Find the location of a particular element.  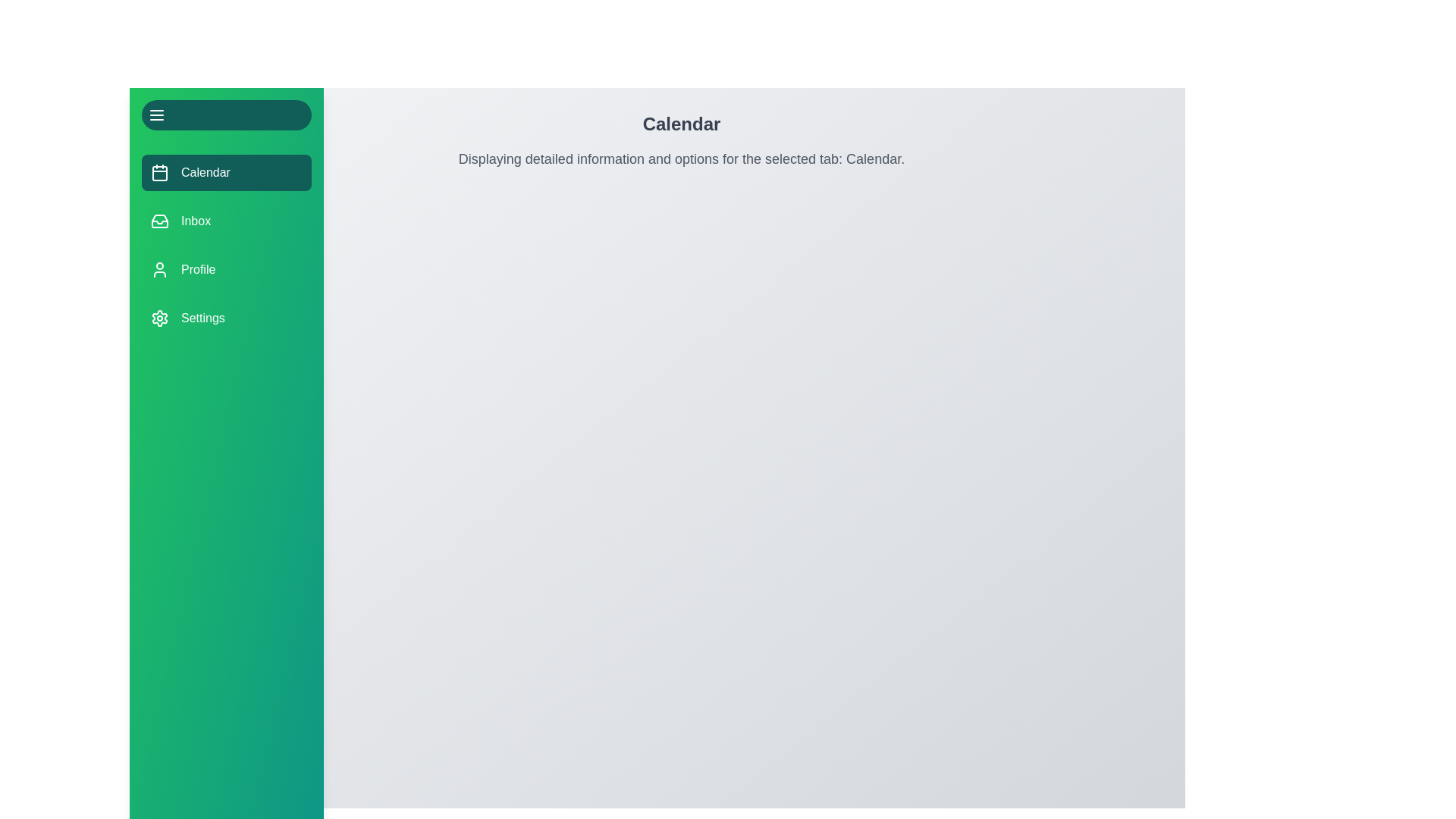

the menu button corresponding to Inbox to change the active tab is located at coordinates (225, 221).